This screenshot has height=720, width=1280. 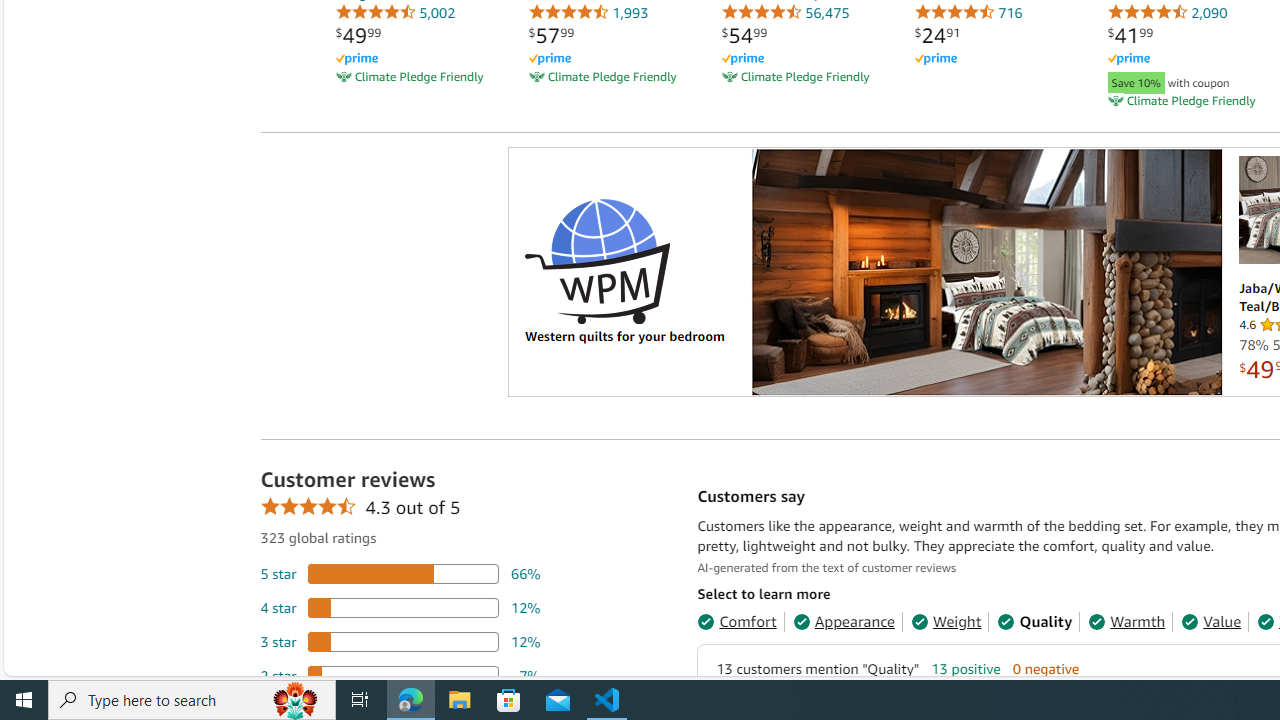 What do you see at coordinates (743, 35) in the screenshot?
I see `'$54.99'` at bounding box center [743, 35].